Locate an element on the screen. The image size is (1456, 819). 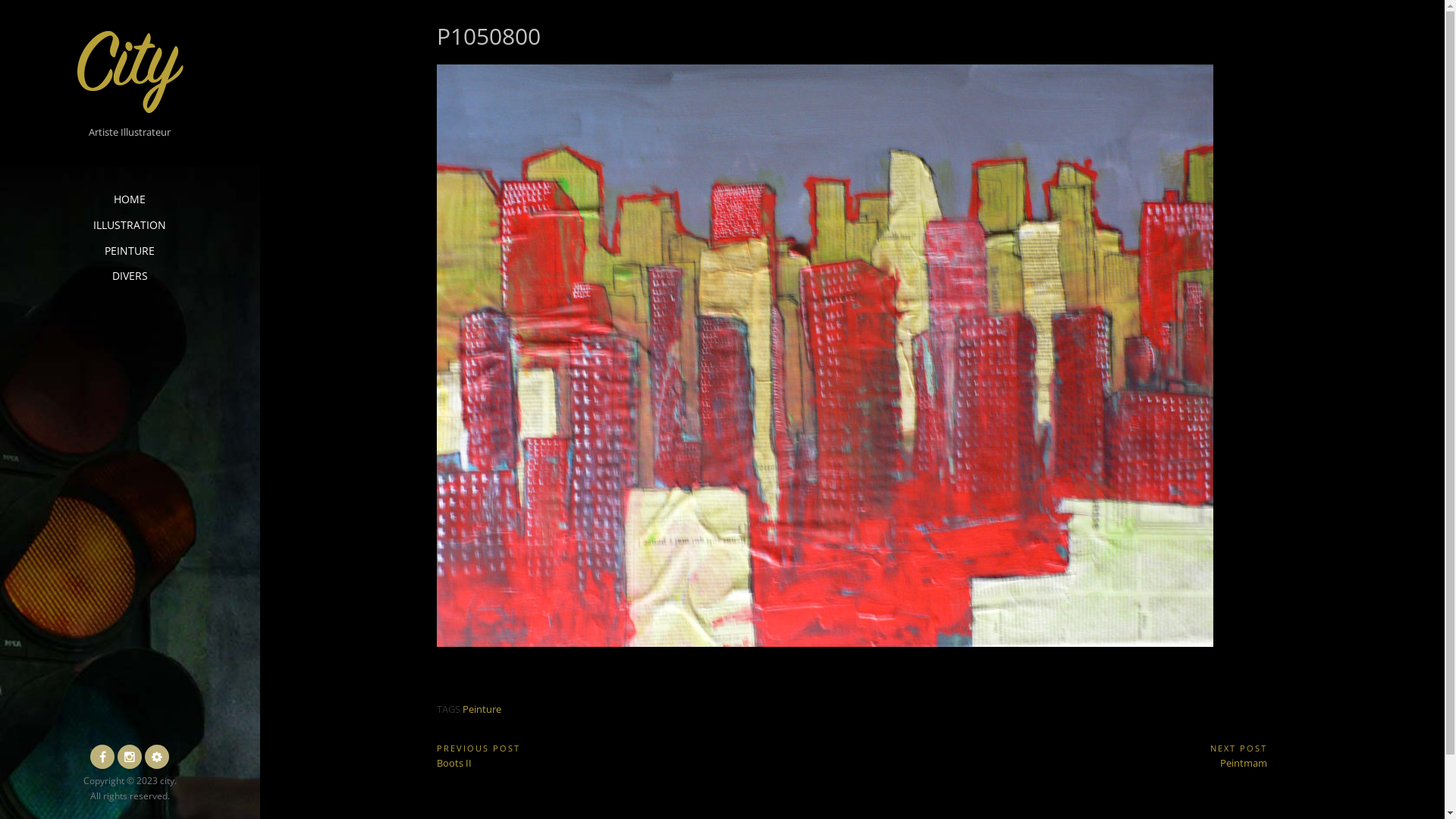
'PEINTURE' is located at coordinates (130, 250).